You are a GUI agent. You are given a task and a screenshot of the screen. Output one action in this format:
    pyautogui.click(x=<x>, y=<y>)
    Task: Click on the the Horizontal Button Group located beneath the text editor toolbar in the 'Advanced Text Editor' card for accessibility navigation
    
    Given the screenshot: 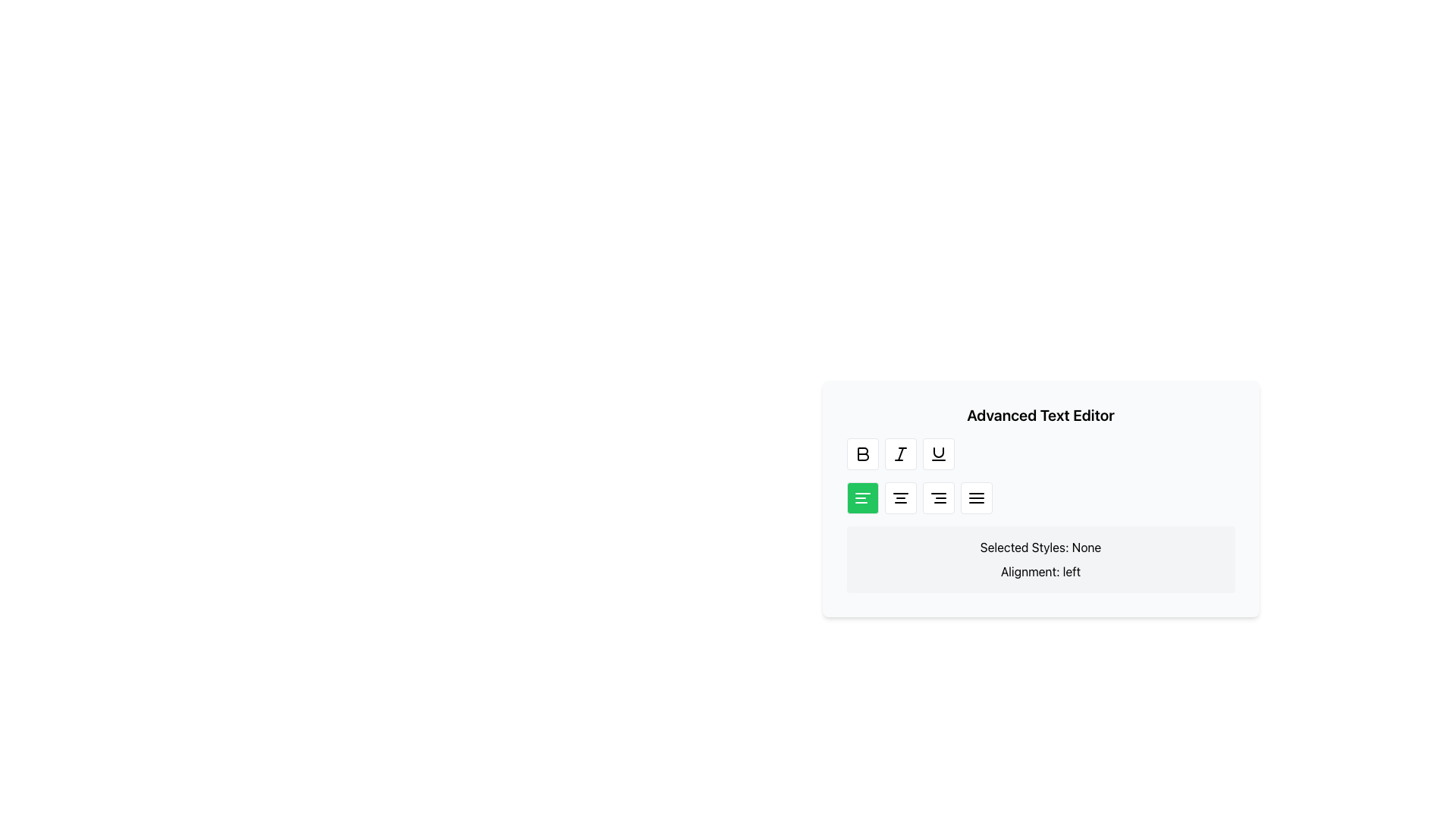 What is the action you would take?
    pyautogui.click(x=1040, y=497)
    